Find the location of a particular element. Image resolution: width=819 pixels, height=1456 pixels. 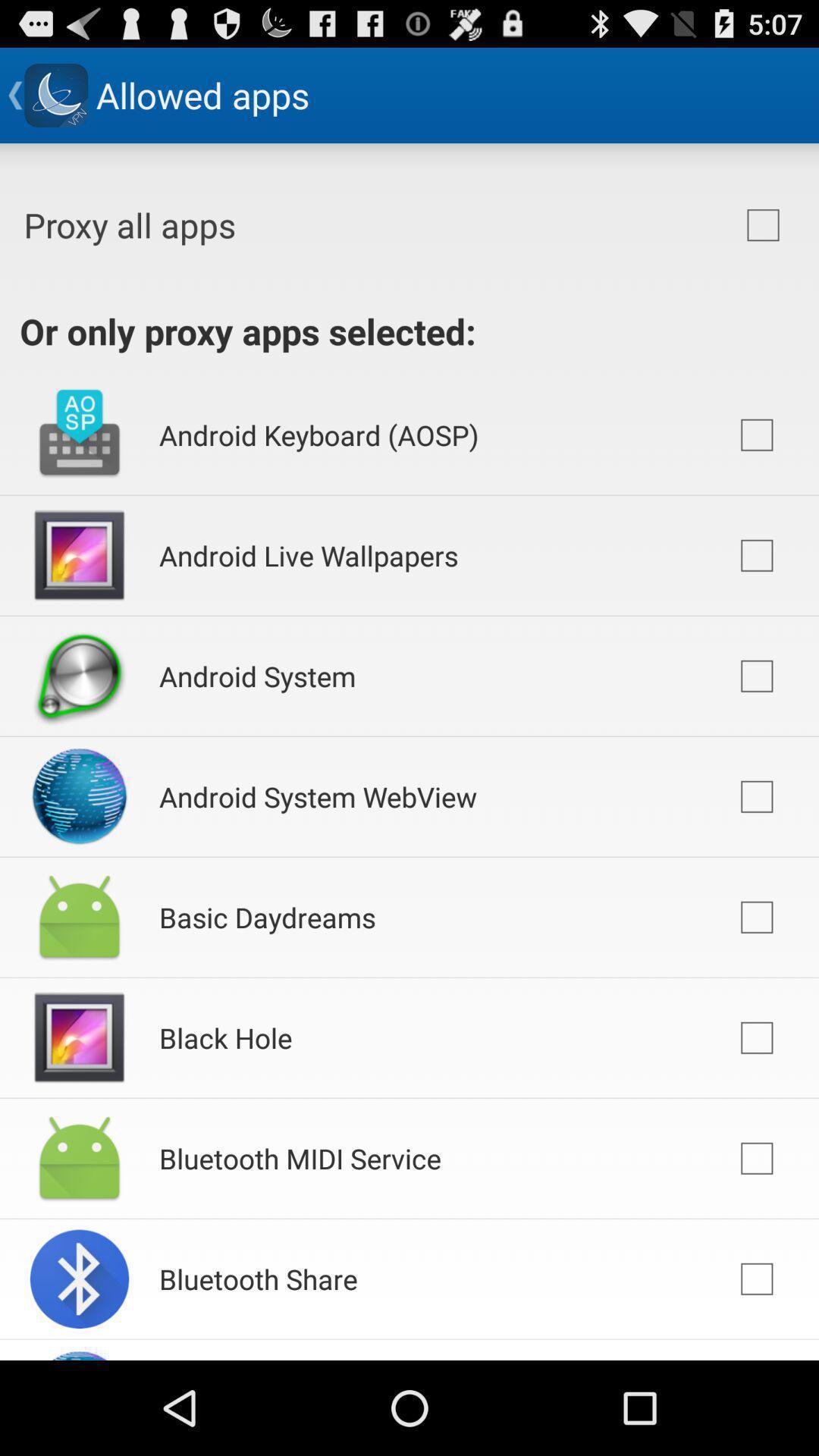

the item next to proxy all apps app is located at coordinates (763, 224).